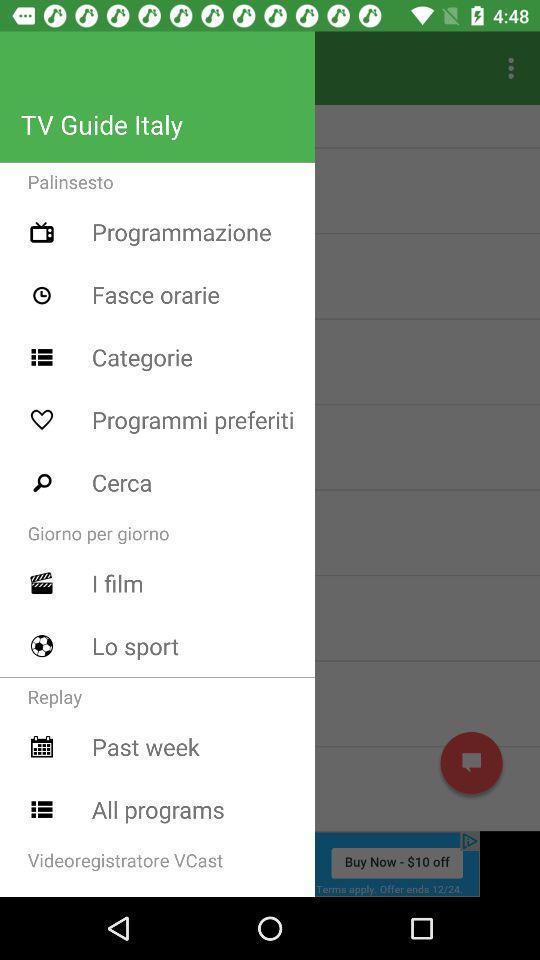 This screenshot has width=540, height=960. I want to click on search icon, so click(42, 481).